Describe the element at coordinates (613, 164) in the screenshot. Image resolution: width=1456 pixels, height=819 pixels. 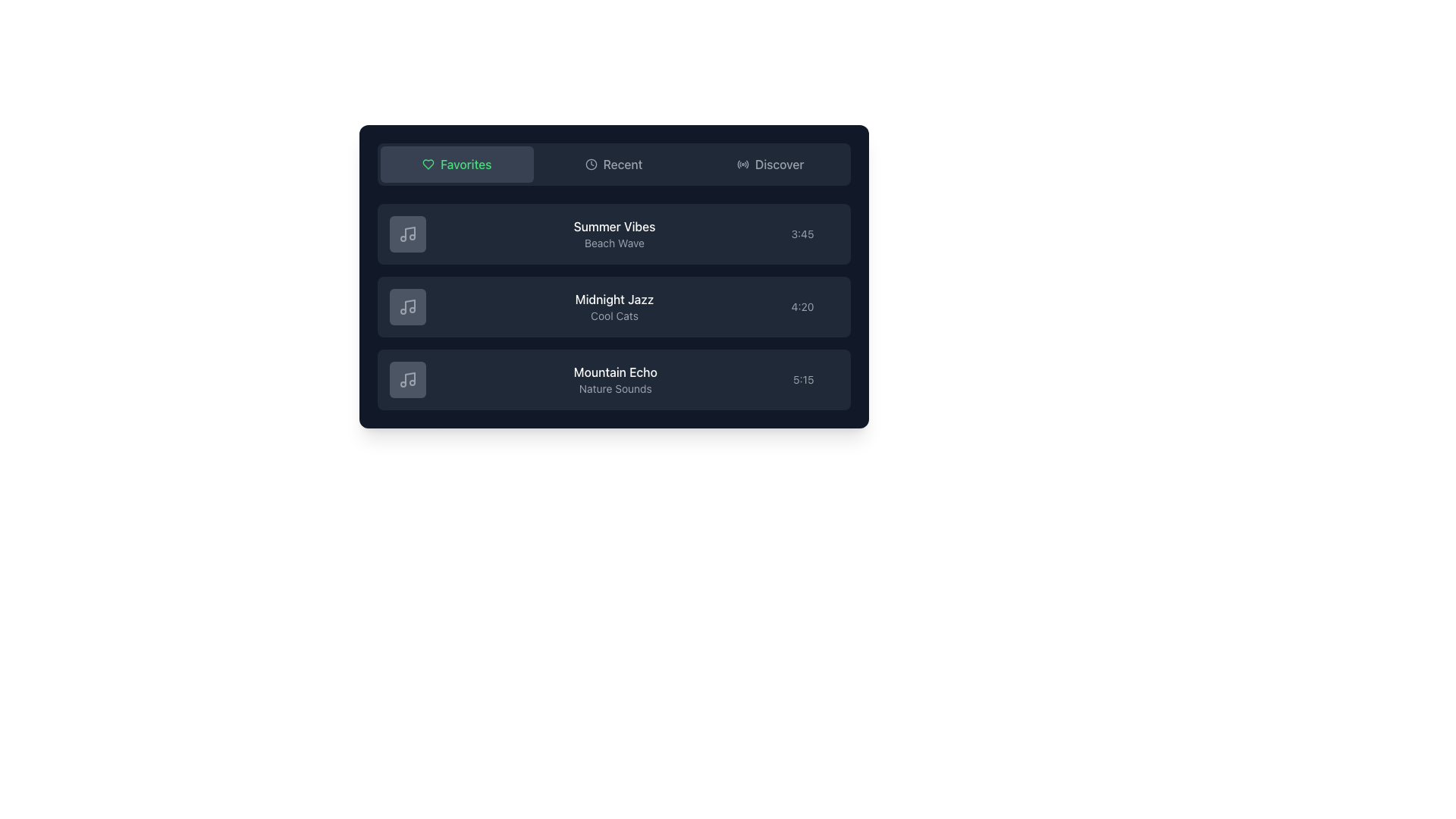
I see `the Selector Tab located in the upper segment of the interface, between 'Favorites' and 'Discover'` at that location.